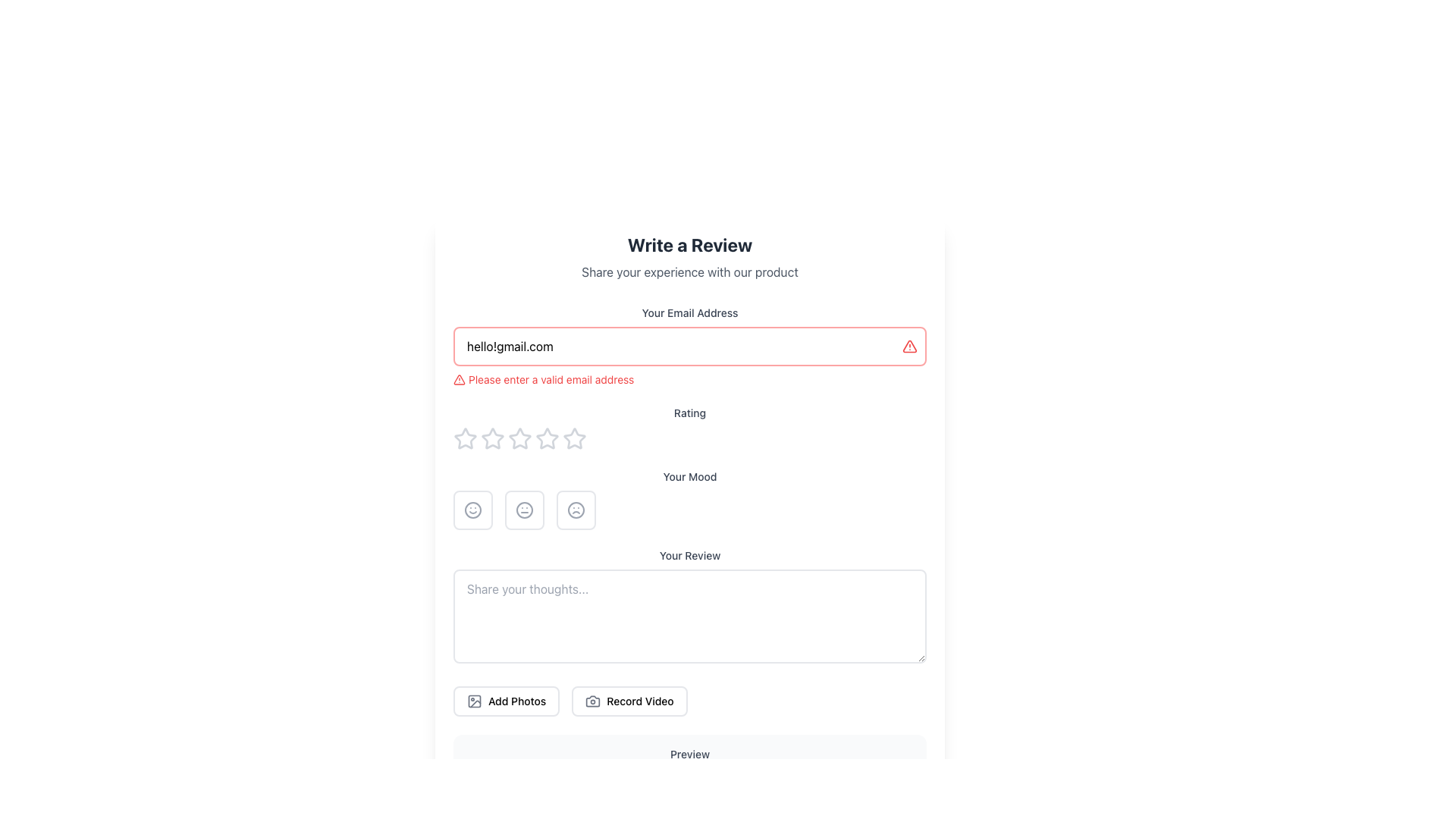 Image resolution: width=1456 pixels, height=819 pixels. What do you see at coordinates (524, 510) in the screenshot?
I see `the neutral mood icon located in the 'Your Mood' section, positioned between the smiley face and frowning face icons` at bounding box center [524, 510].